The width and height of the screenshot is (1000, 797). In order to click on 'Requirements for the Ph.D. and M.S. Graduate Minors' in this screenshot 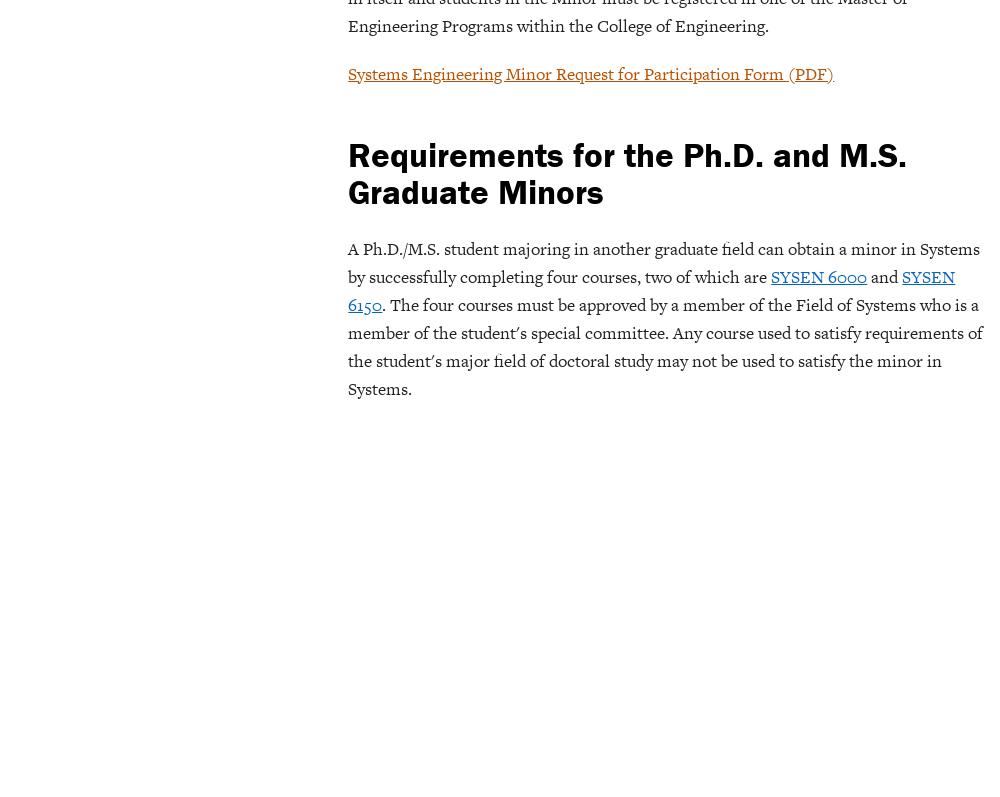, I will do `click(627, 172)`.